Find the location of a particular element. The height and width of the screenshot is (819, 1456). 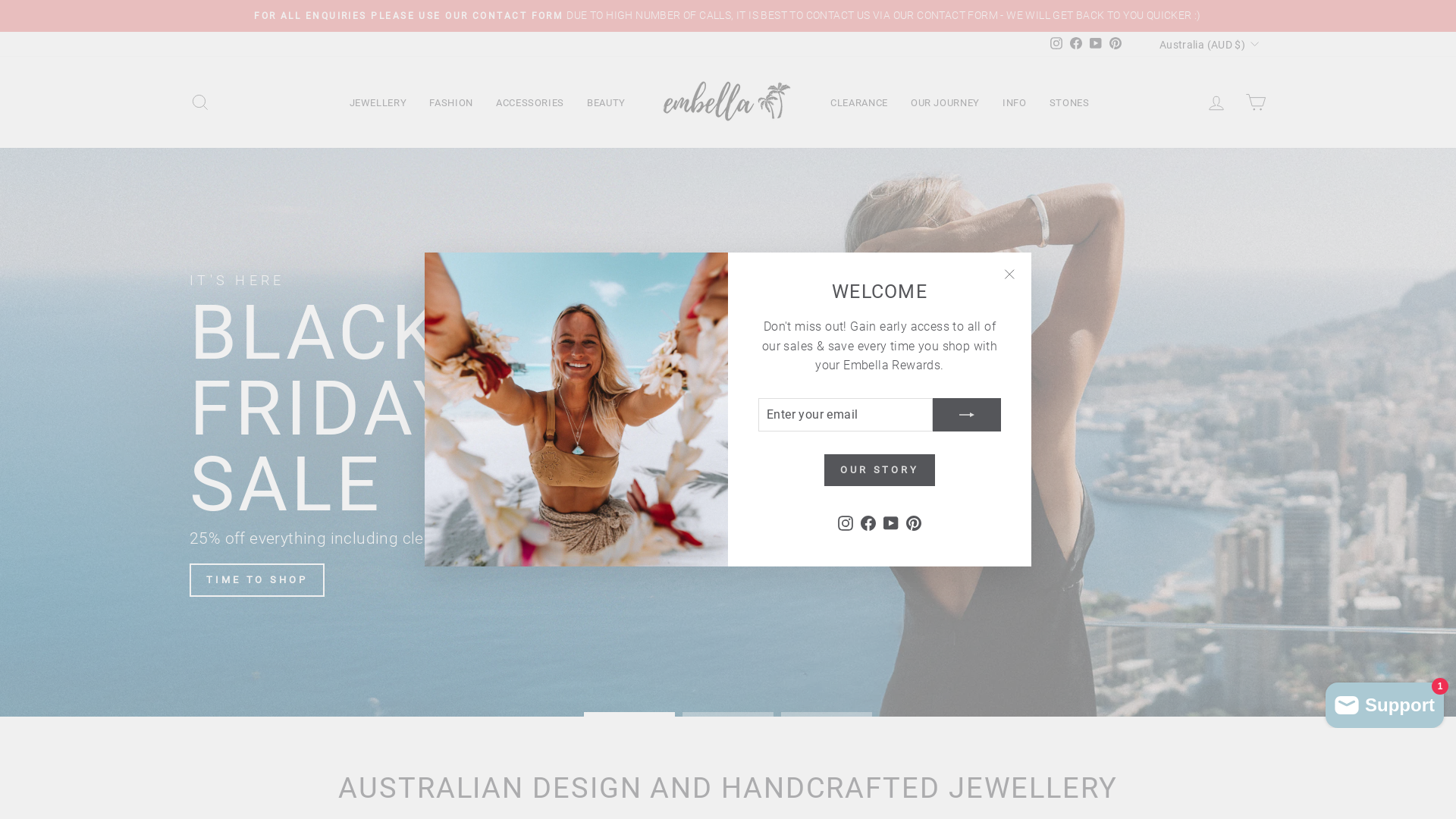

'Skip to content' is located at coordinates (0, 0).